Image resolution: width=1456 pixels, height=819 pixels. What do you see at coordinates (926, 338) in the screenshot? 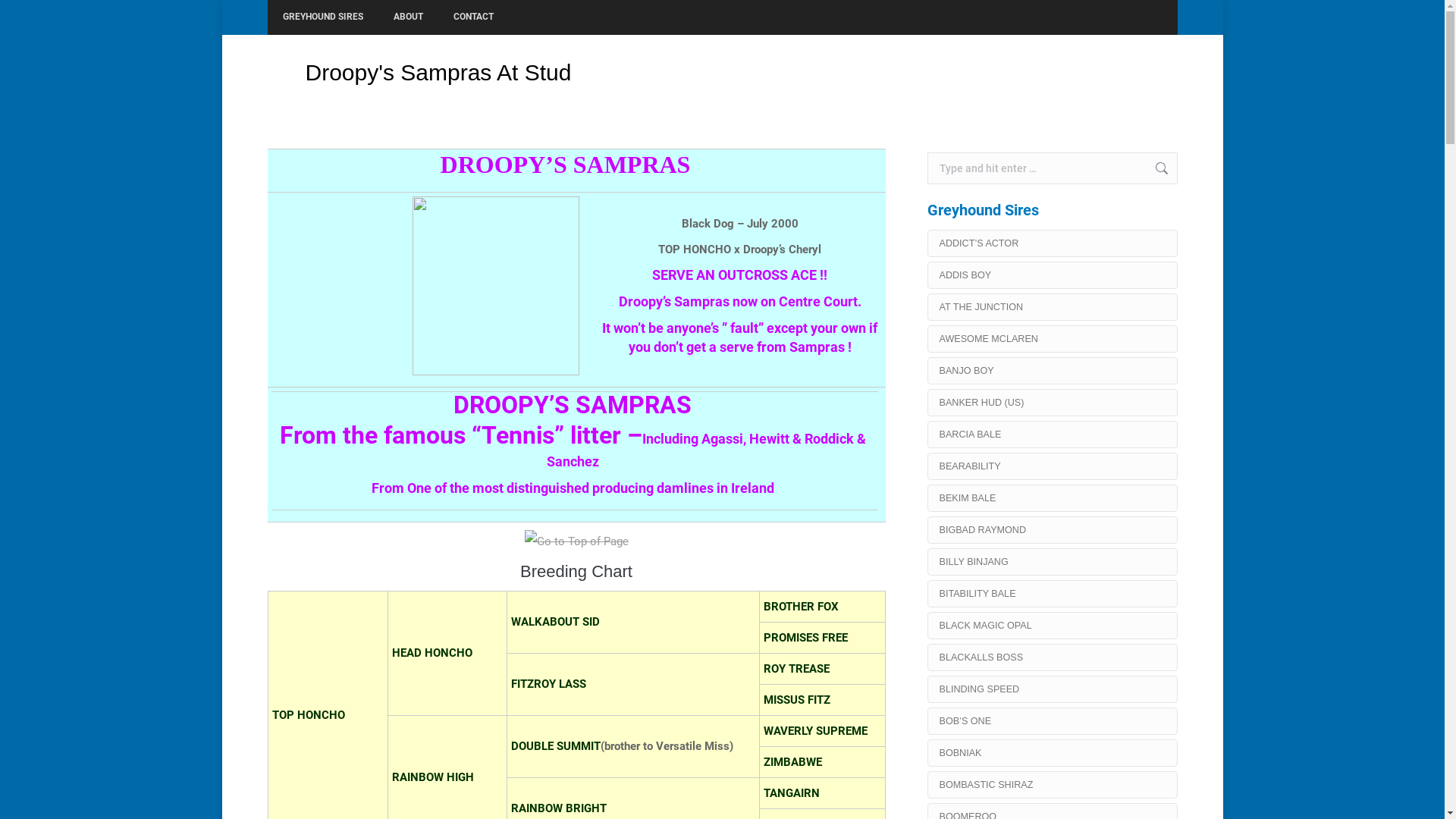
I see `'AWESOME MCLAREN'` at bounding box center [926, 338].